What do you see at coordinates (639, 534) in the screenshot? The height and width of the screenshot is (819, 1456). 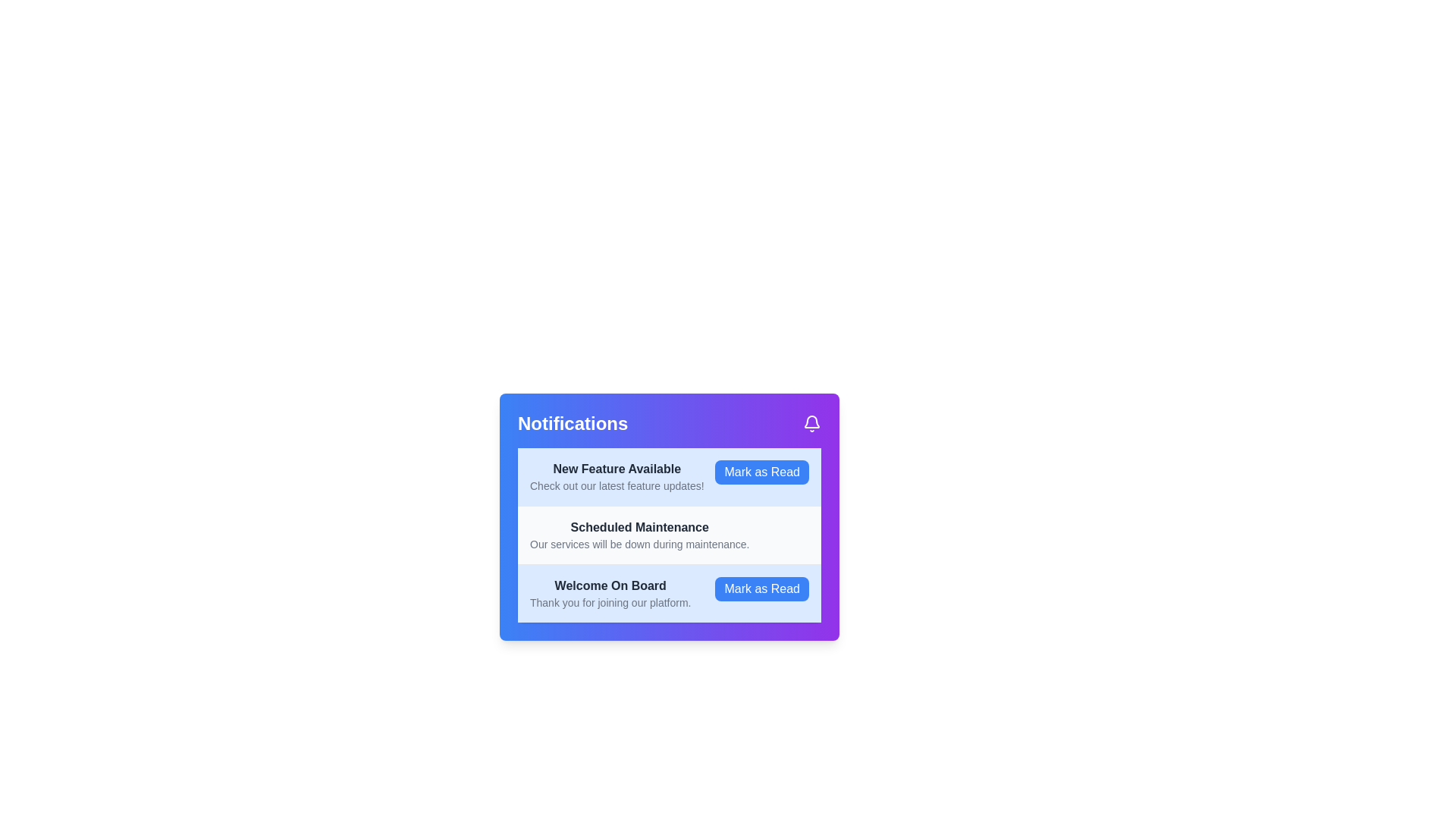 I see `the Information Panel that informs users about upcoming maintenance, located in the middle section of the notification card between 'New Feature Available' and 'Welcome On Board'` at bounding box center [639, 534].